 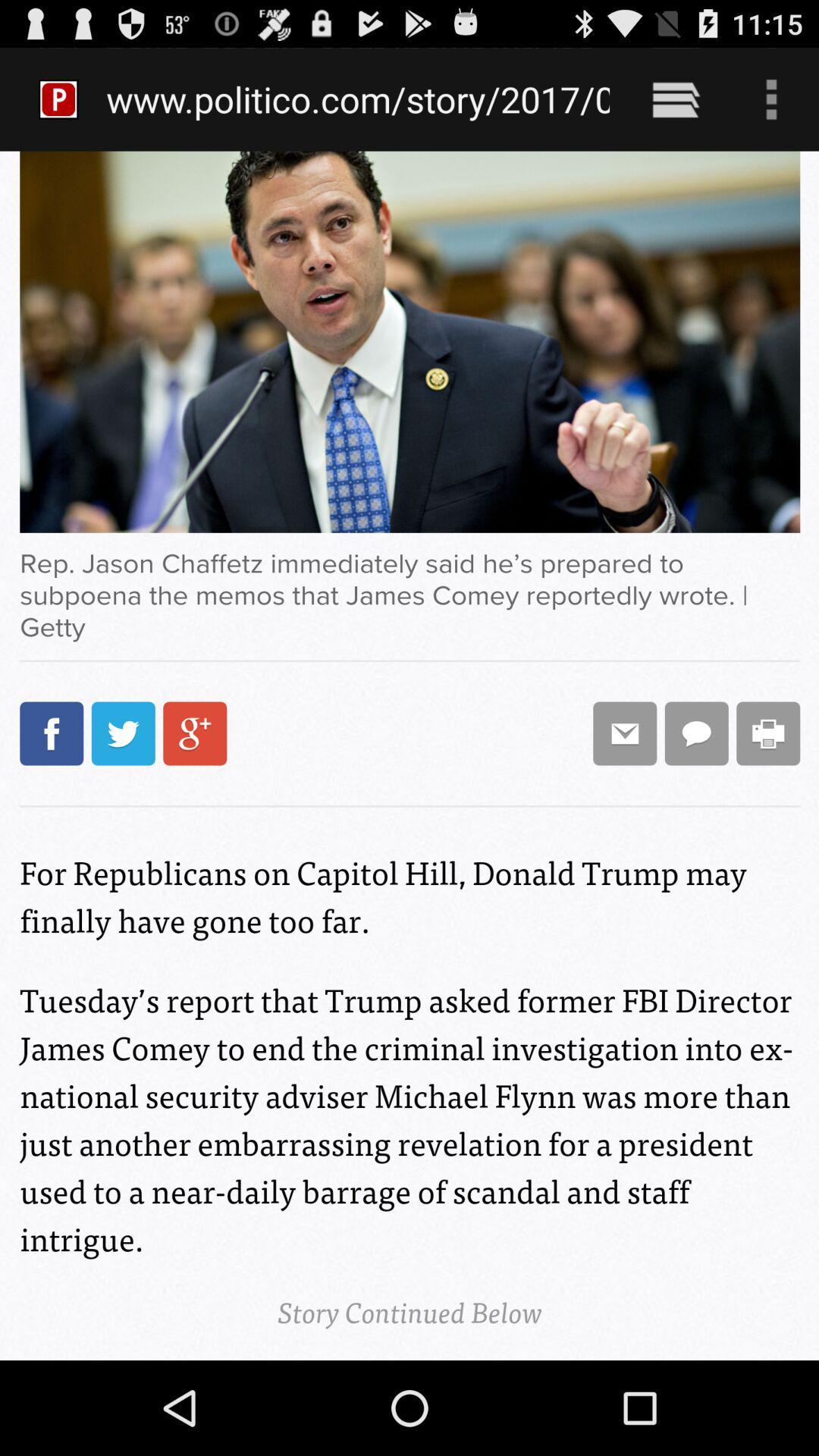 What do you see at coordinates (358, 99) in the screenshot?
I see `www politico com item` at bounding box center [358, 99].